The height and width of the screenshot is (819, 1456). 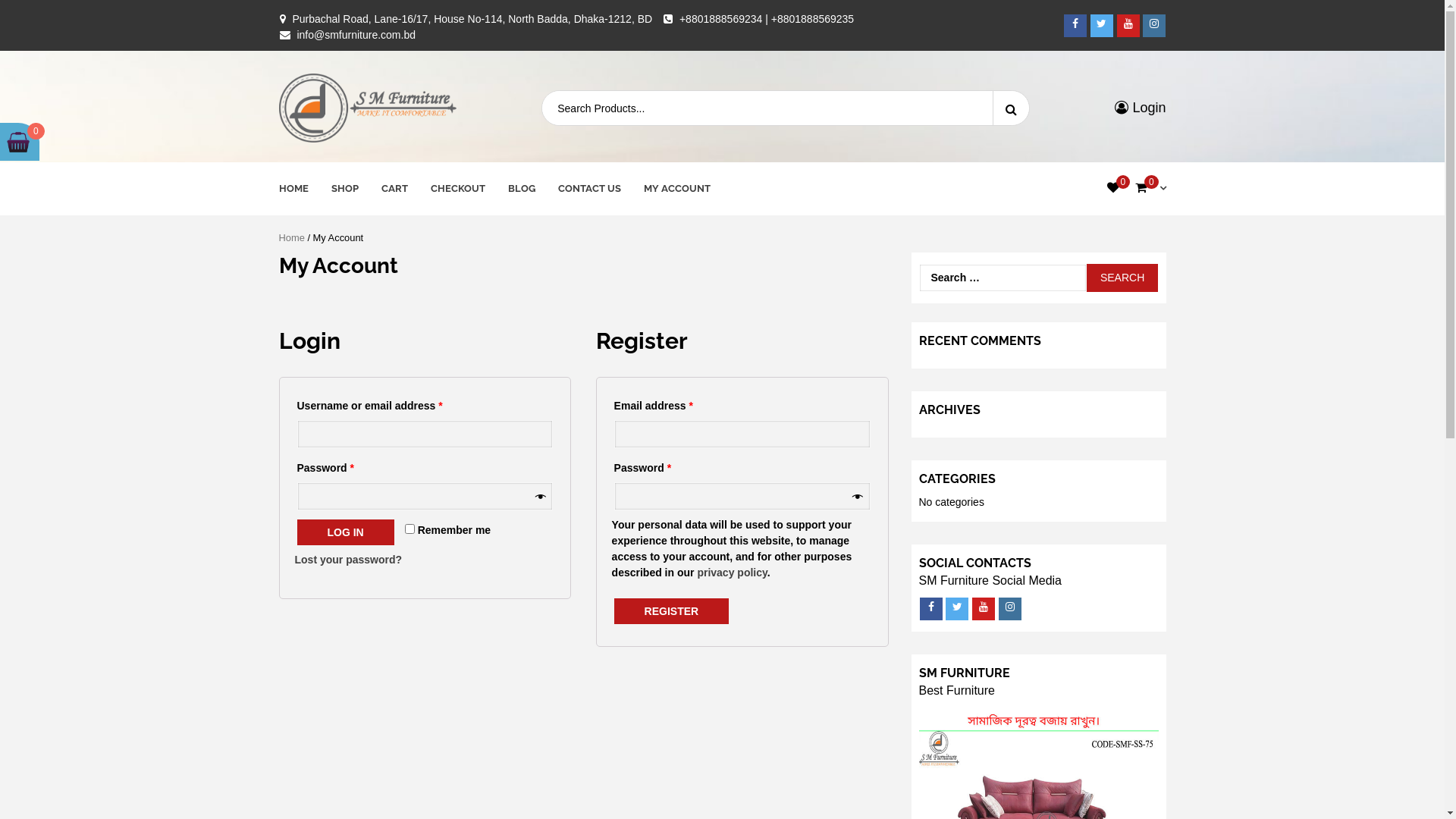 I want to click on 'Instagram', so click(x=1009, y=607).